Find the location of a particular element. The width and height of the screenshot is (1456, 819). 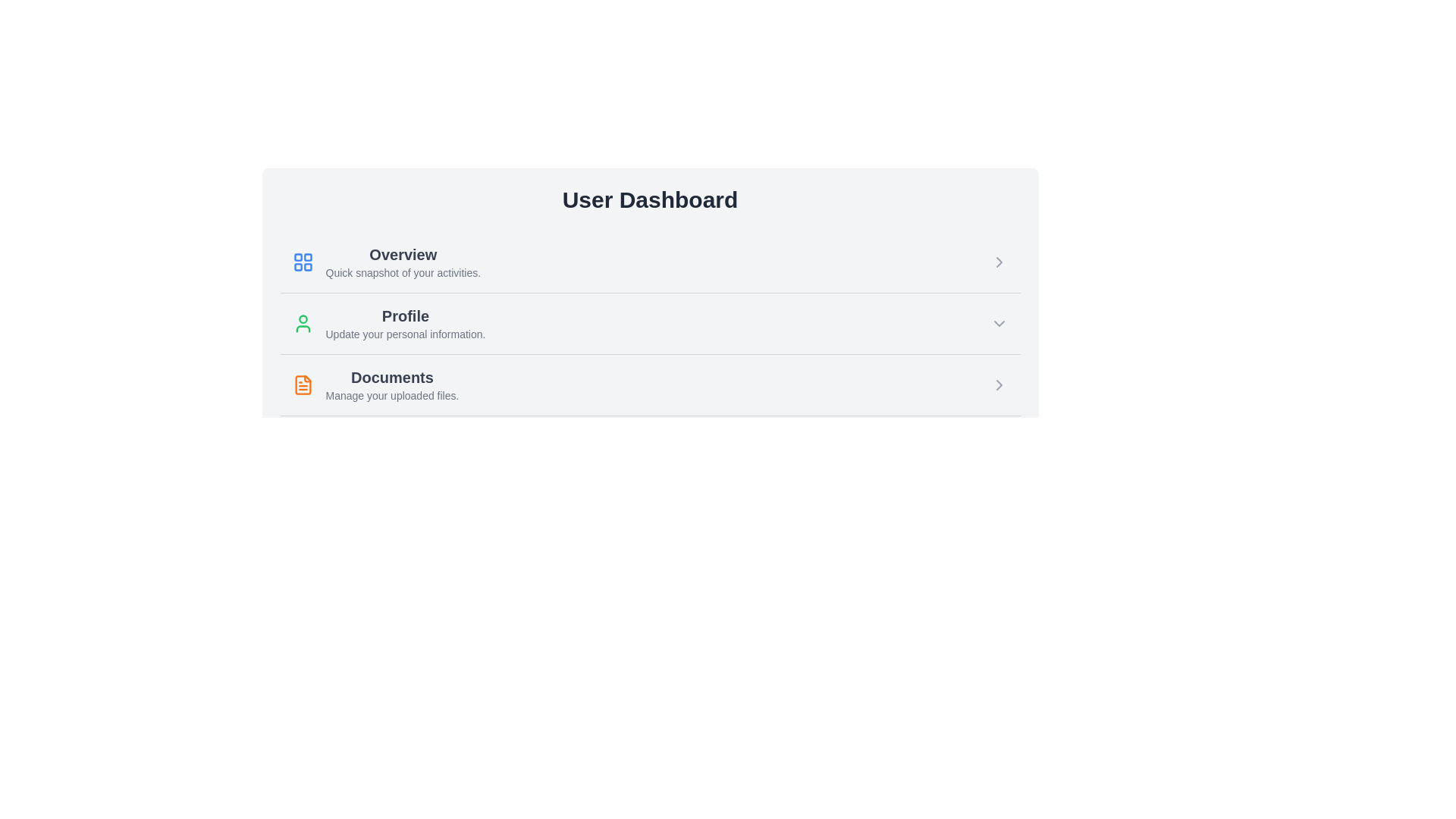

text from the header element located at the top center of the dashboard, summarizing the page's primary function is located at coordinates (650, 199).